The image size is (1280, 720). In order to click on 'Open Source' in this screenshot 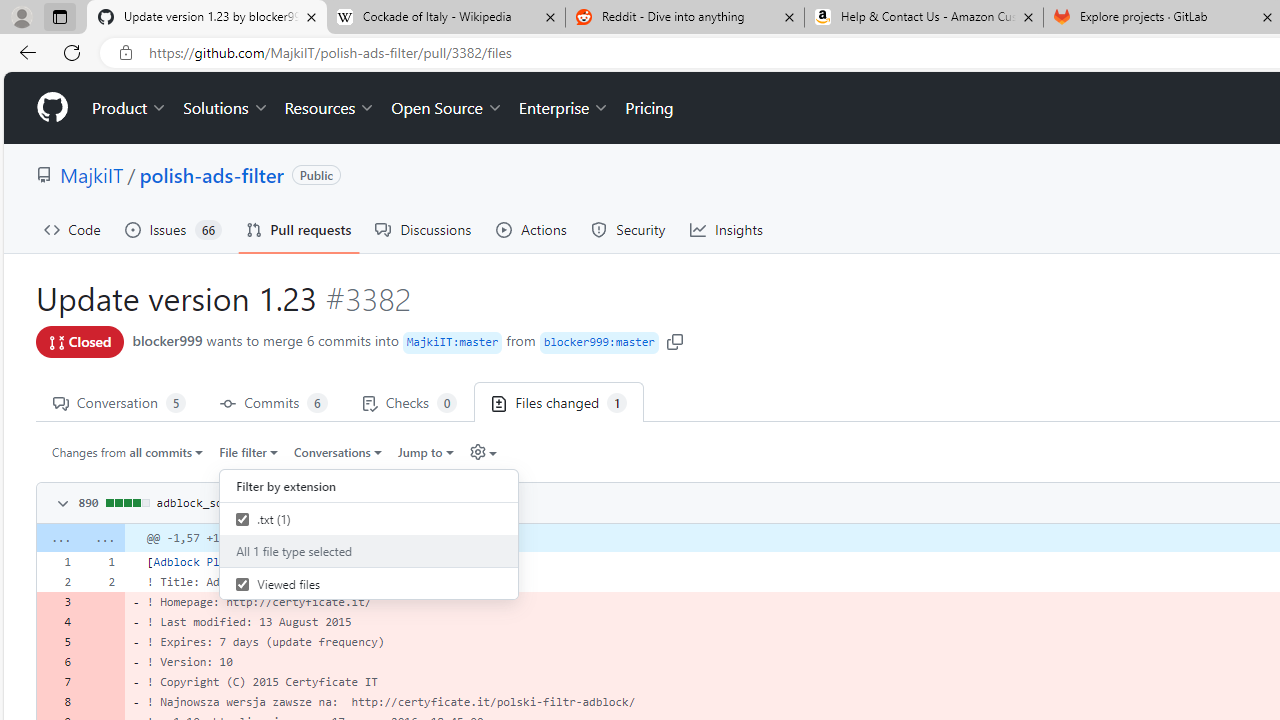, I will do `click(445, 108)`.